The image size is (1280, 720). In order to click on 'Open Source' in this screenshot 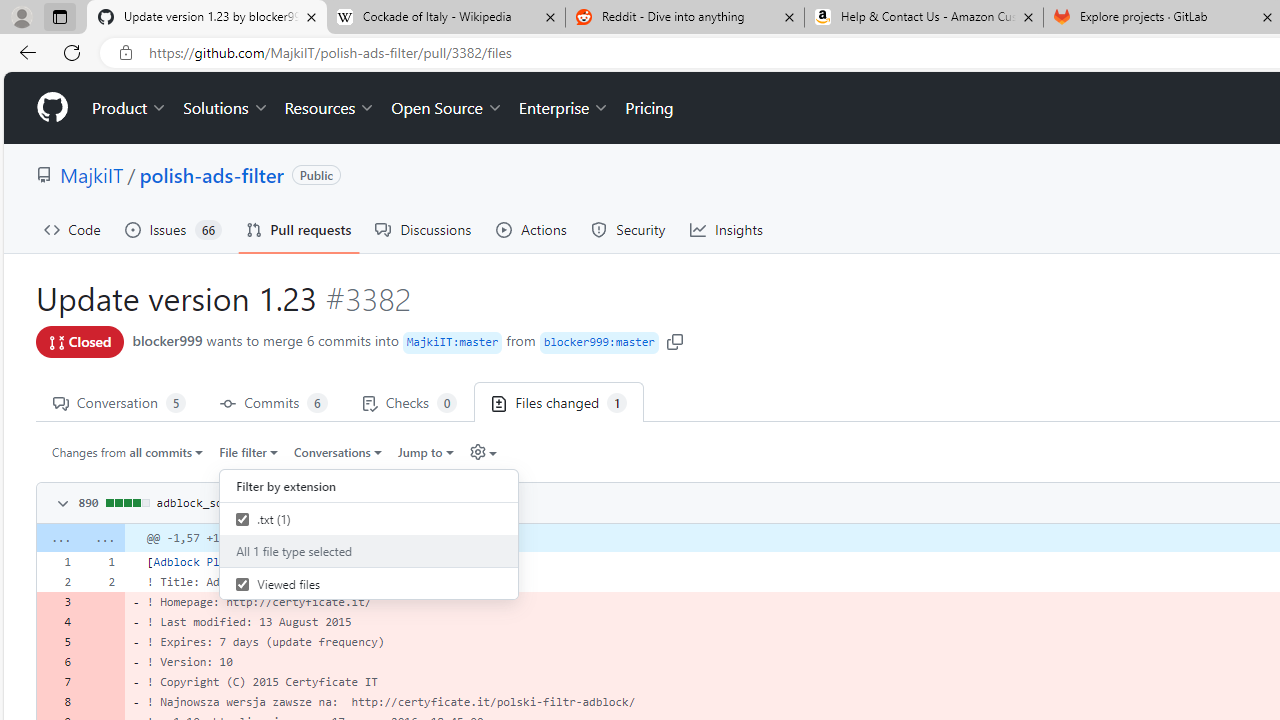, I will do `click(445, 108)`.